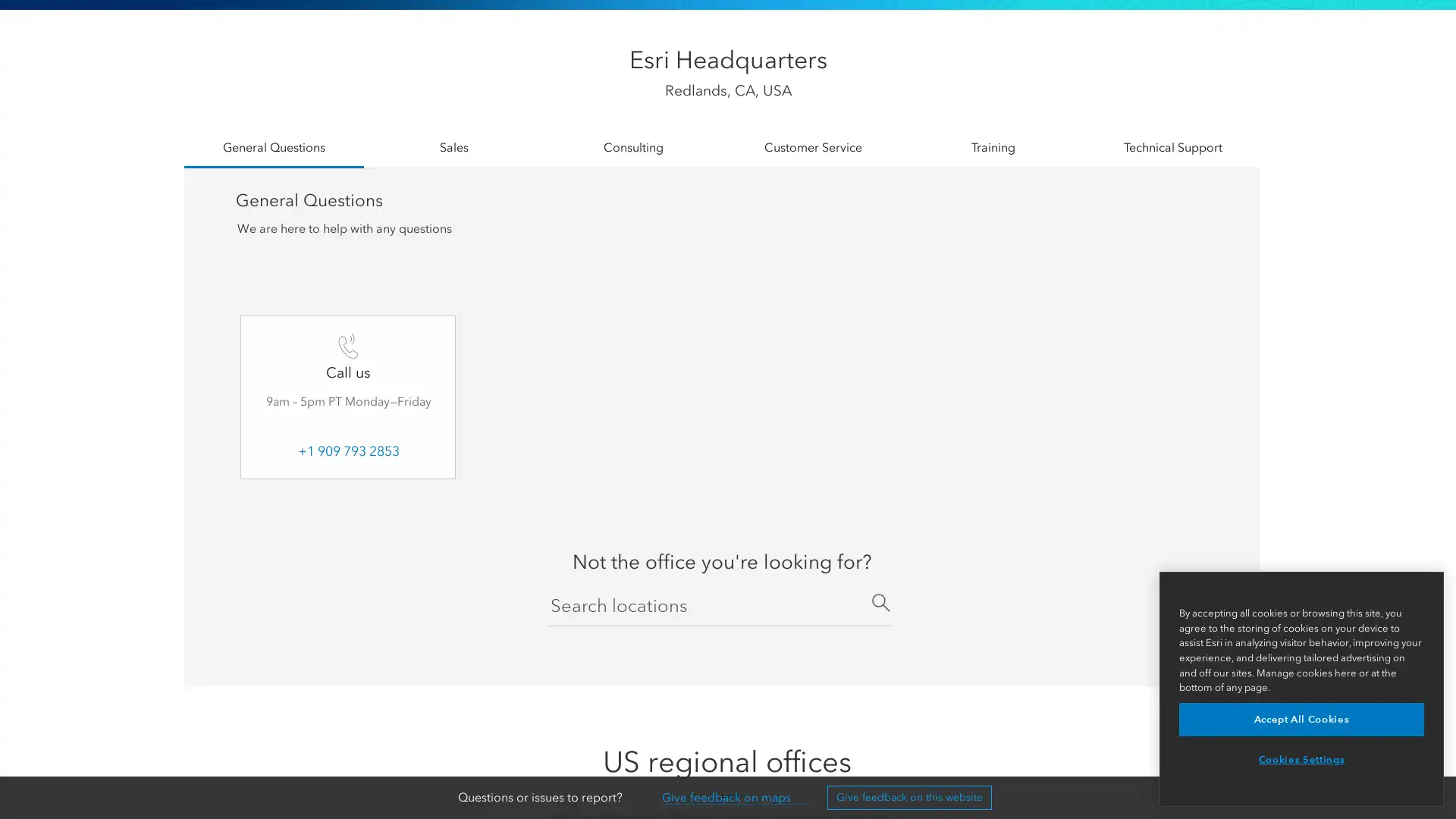 Image resolution: width=1456 pixels, height=819 pixels. I want to click on Accept All Cookies, so click(1301, 718).